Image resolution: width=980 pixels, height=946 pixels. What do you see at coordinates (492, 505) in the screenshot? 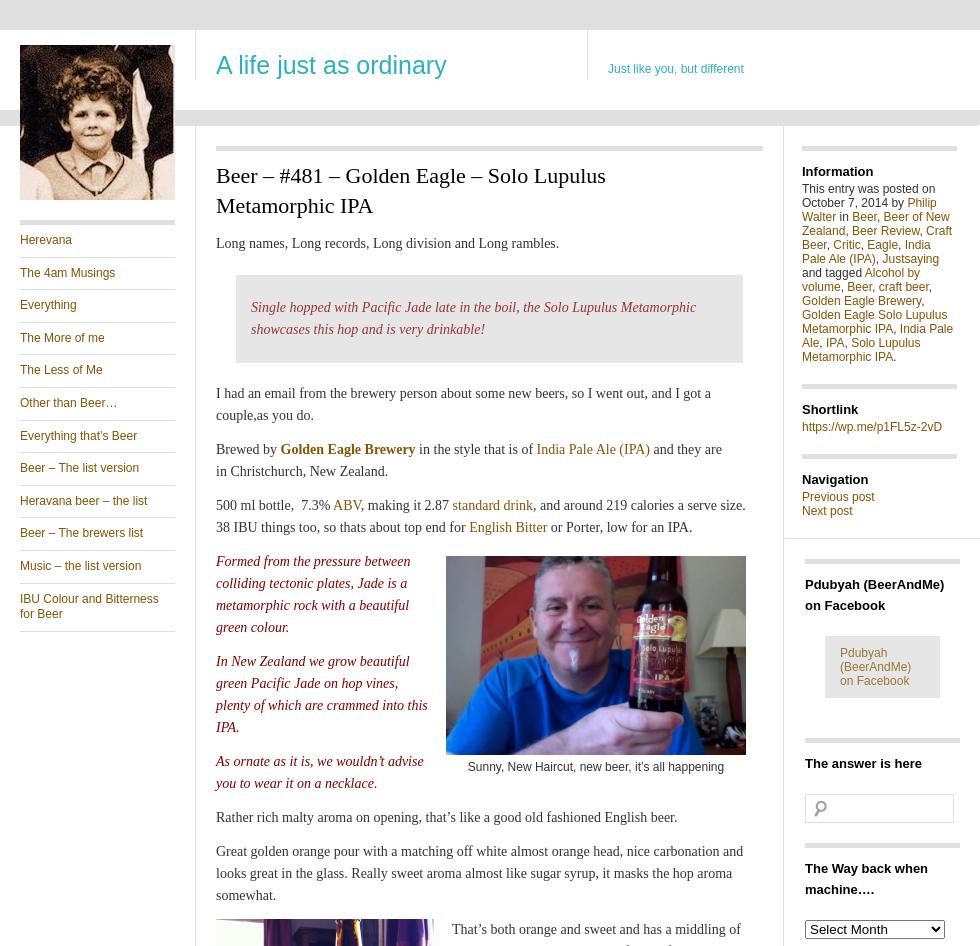
I see `'standard drink'` at bounding box center [492, 505].